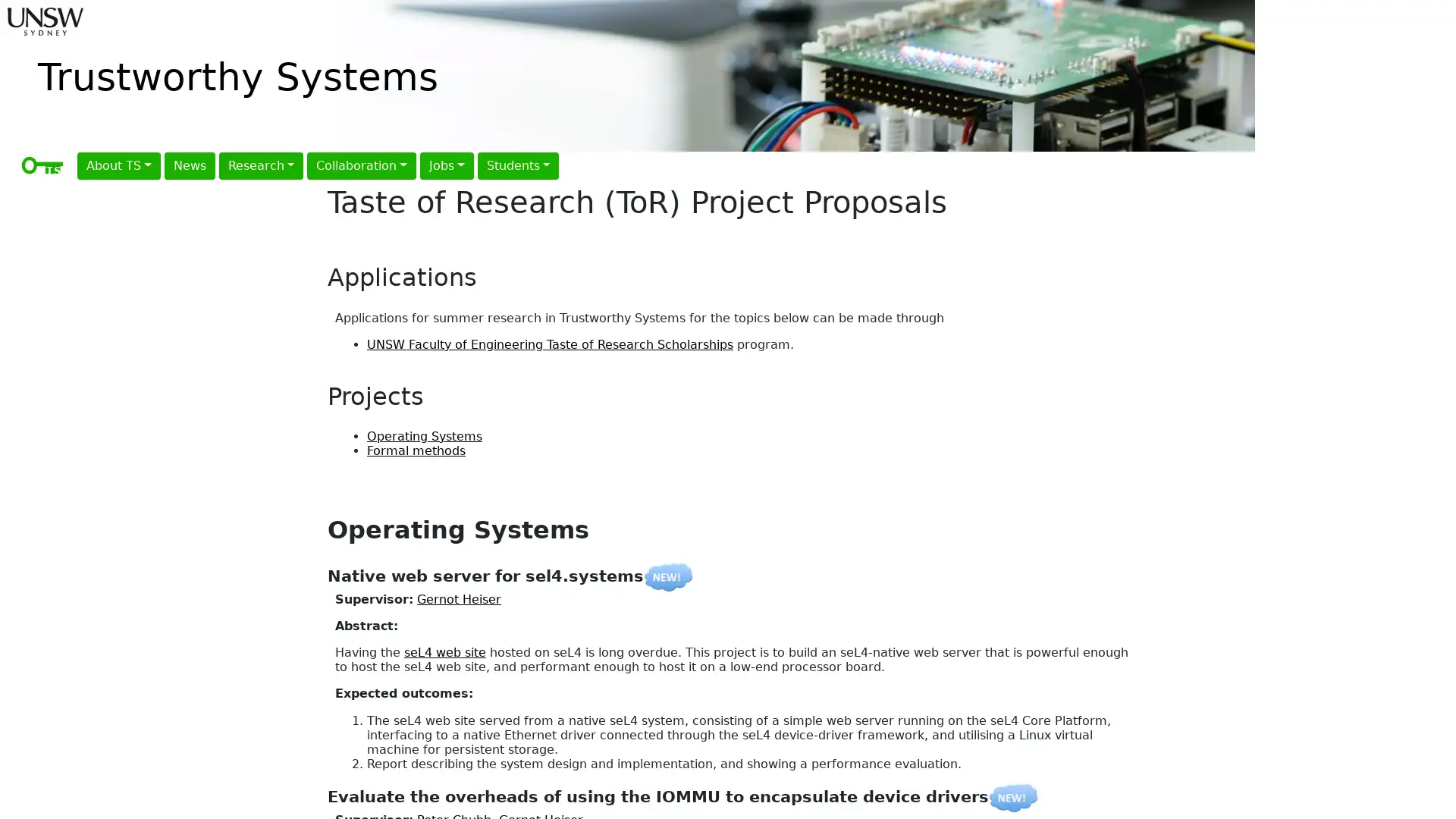  Describe the element at coordinates (118, 165) in the screenshot. I see `About TS` at that location.